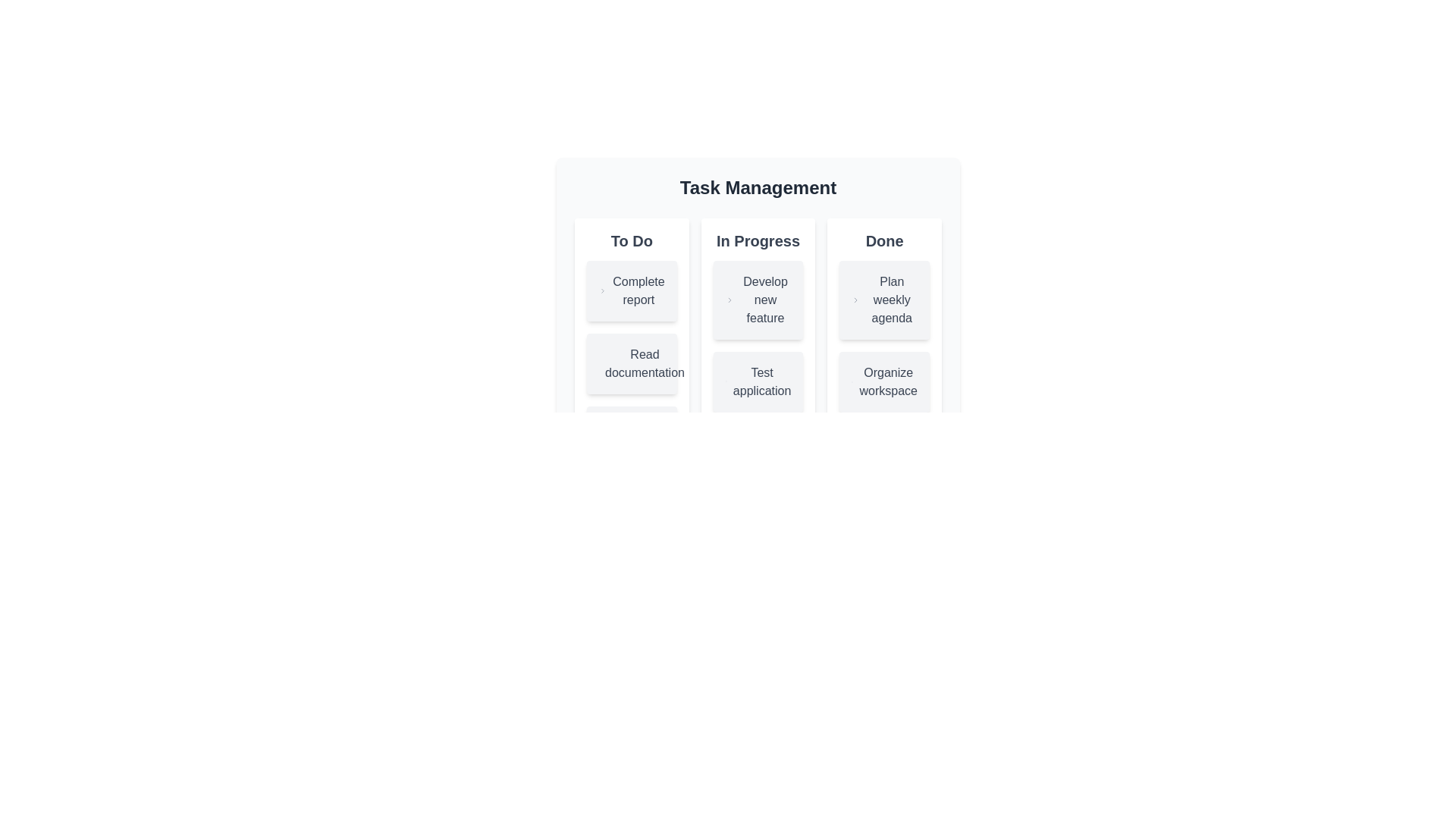 The width and height of the screenshot is (1456, 819). Describe the element at coordinates (758, 381) in the screenshot. I see `the 'Test application' Task card in the 'In Progress' column of the 'Task Management' interface` at that location.